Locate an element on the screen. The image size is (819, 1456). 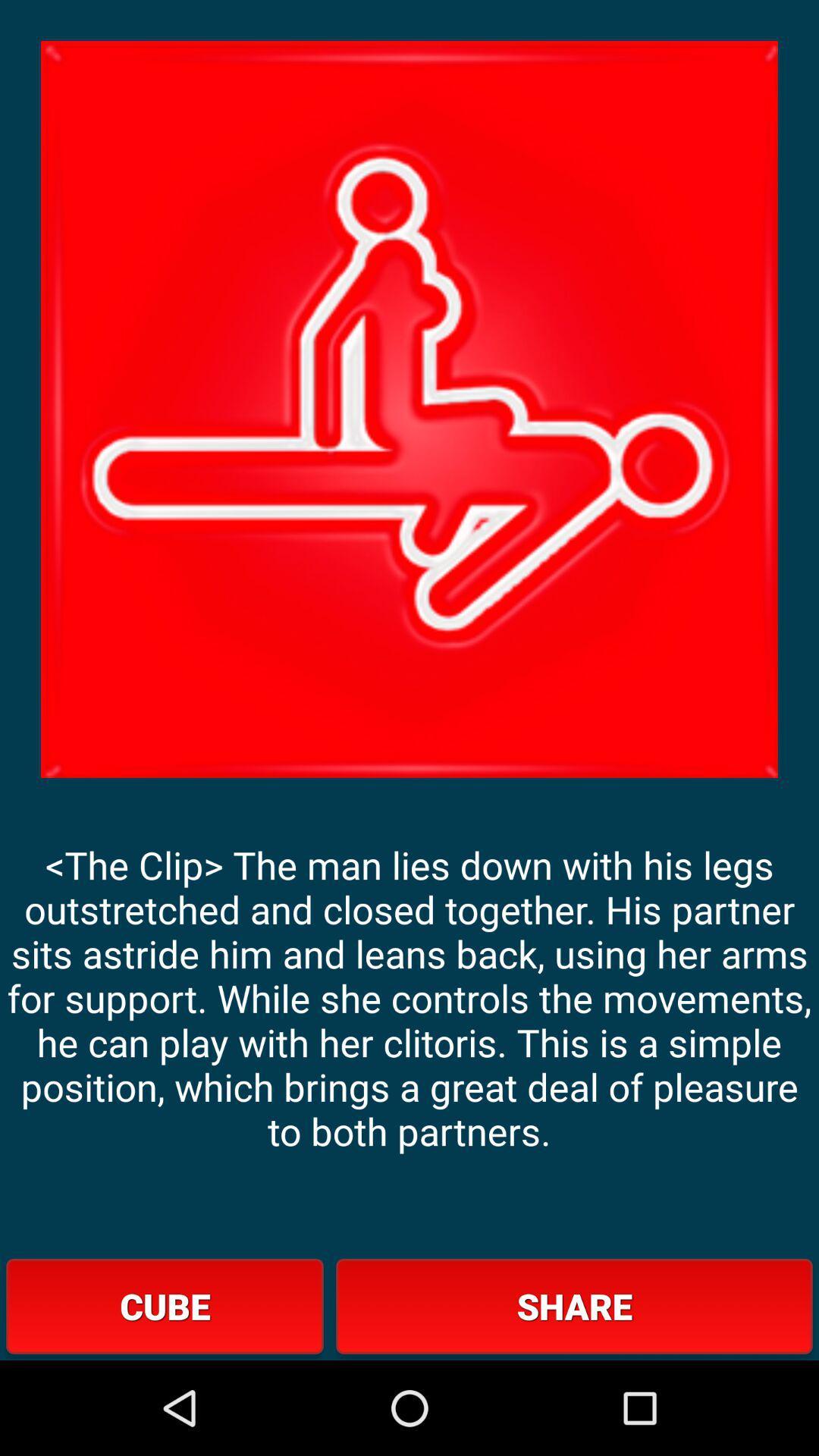
button to the right of the cube item is located at coordinates (574, 1305).